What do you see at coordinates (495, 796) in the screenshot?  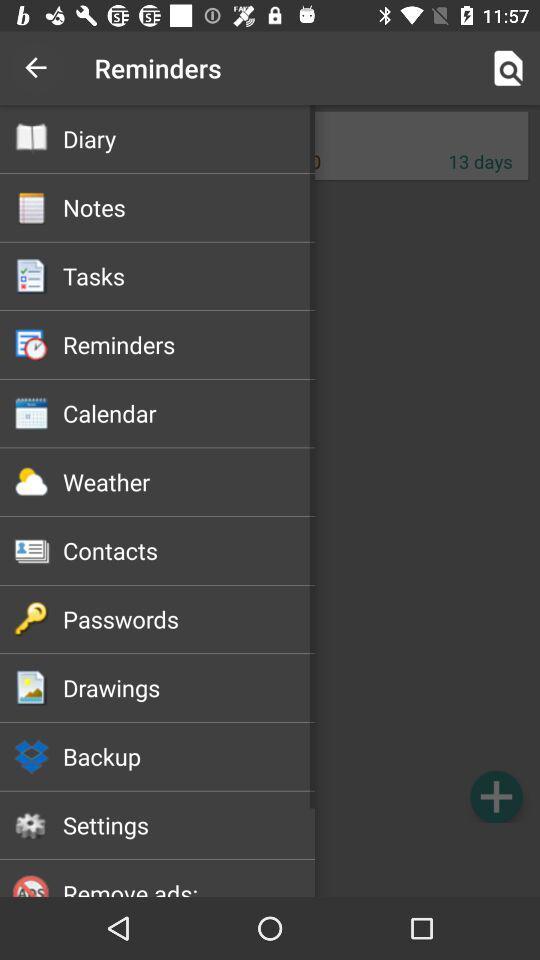 I see `the add icon` at bounding box center [495, 796].